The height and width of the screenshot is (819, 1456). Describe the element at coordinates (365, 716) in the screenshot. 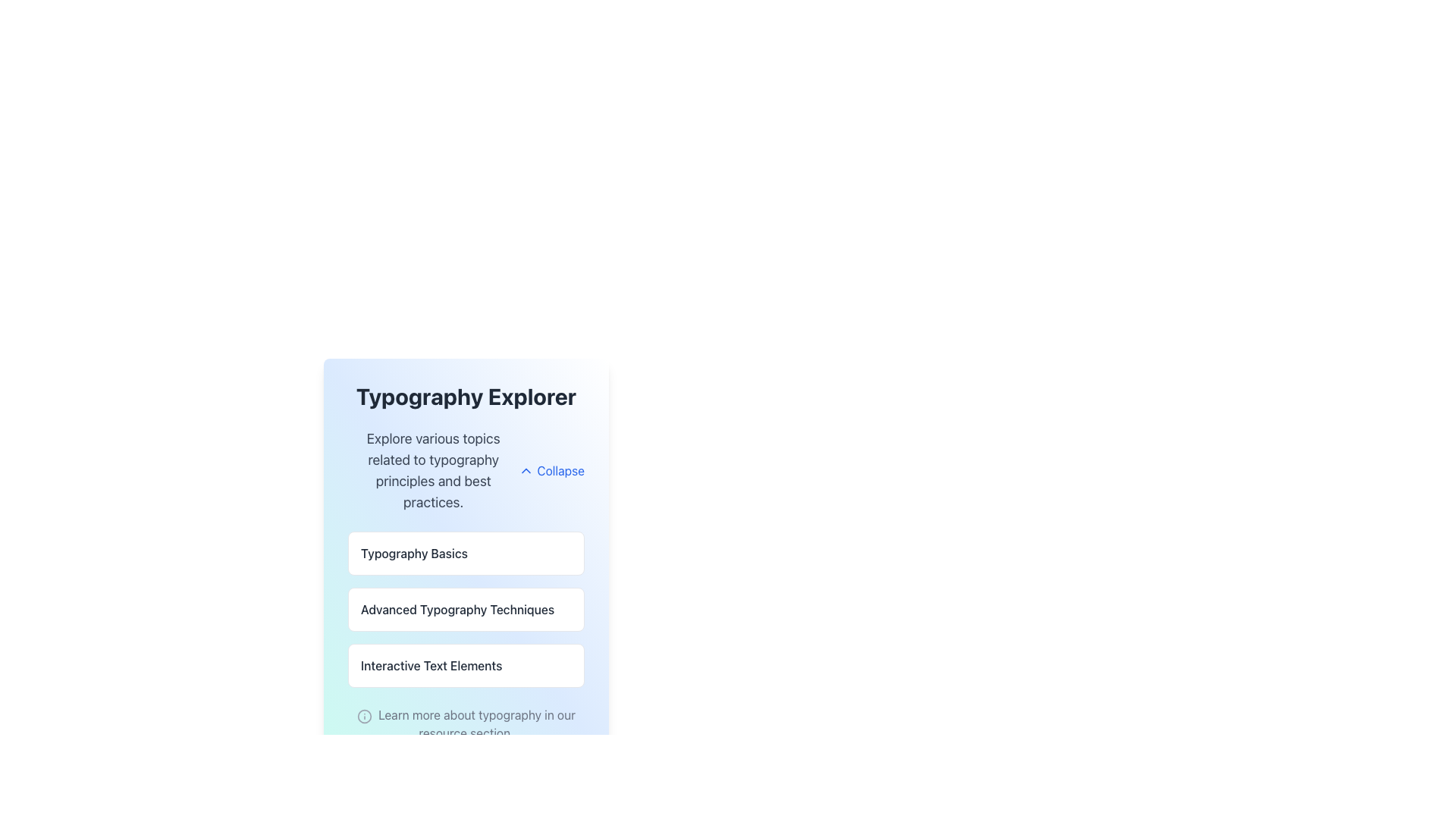

I see `the Circular SVG Icon with a gray outline and blue-tinted background located next to the 'Learn more about typography in our resource section' link` at that location.